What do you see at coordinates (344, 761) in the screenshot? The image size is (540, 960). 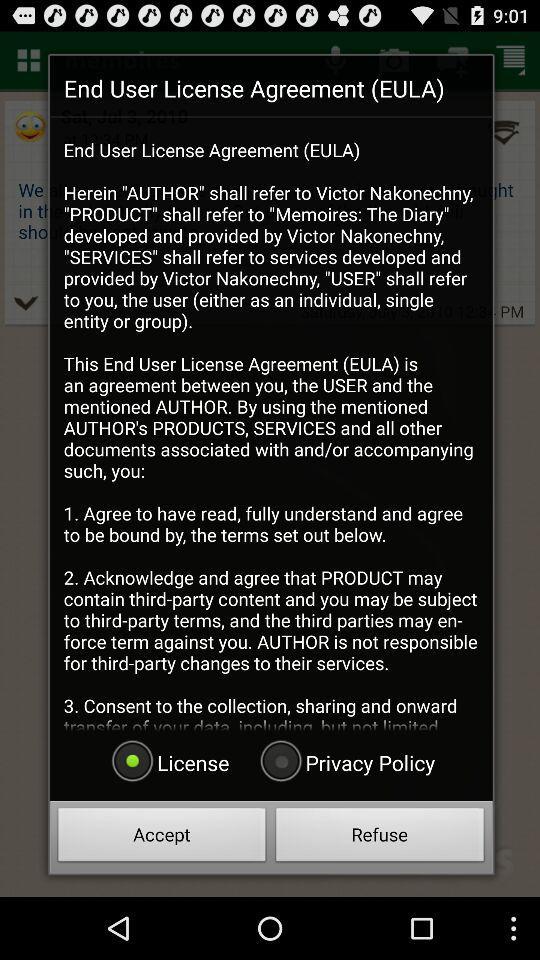 I see `privacy policy icon` at bounding box center [344, 761].